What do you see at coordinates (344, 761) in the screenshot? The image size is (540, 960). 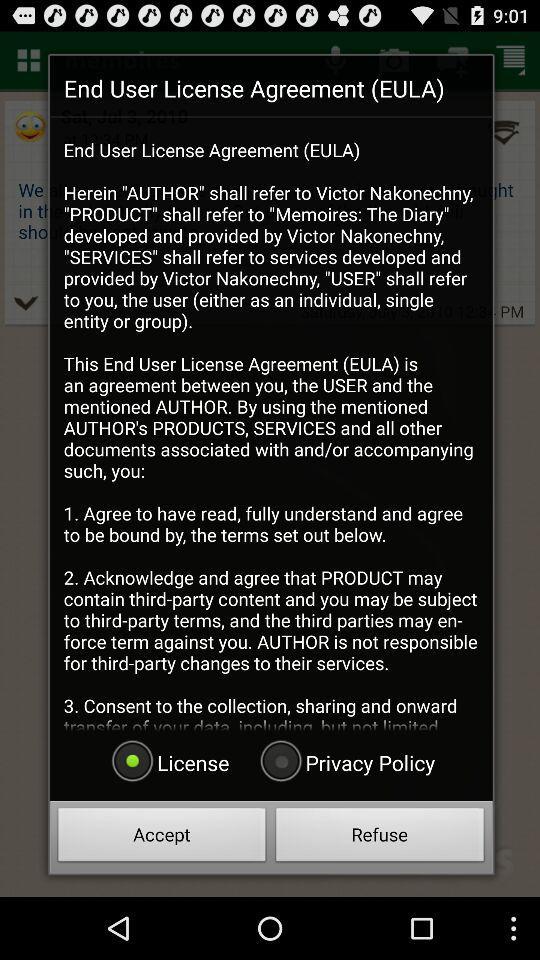 I see `privacy policy icon` at bounding box center [344, 761].